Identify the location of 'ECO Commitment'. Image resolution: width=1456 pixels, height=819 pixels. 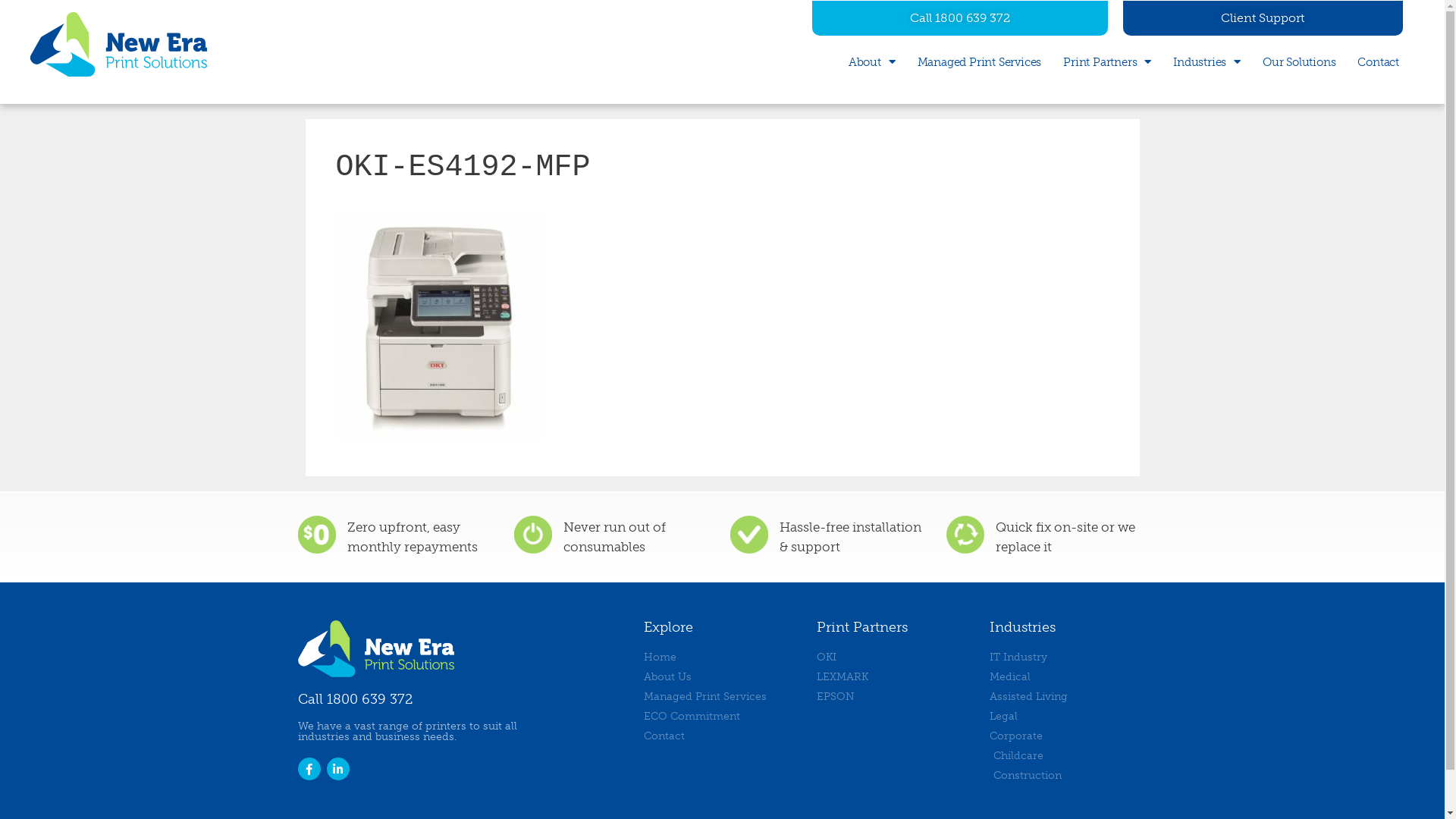
(720, 716).